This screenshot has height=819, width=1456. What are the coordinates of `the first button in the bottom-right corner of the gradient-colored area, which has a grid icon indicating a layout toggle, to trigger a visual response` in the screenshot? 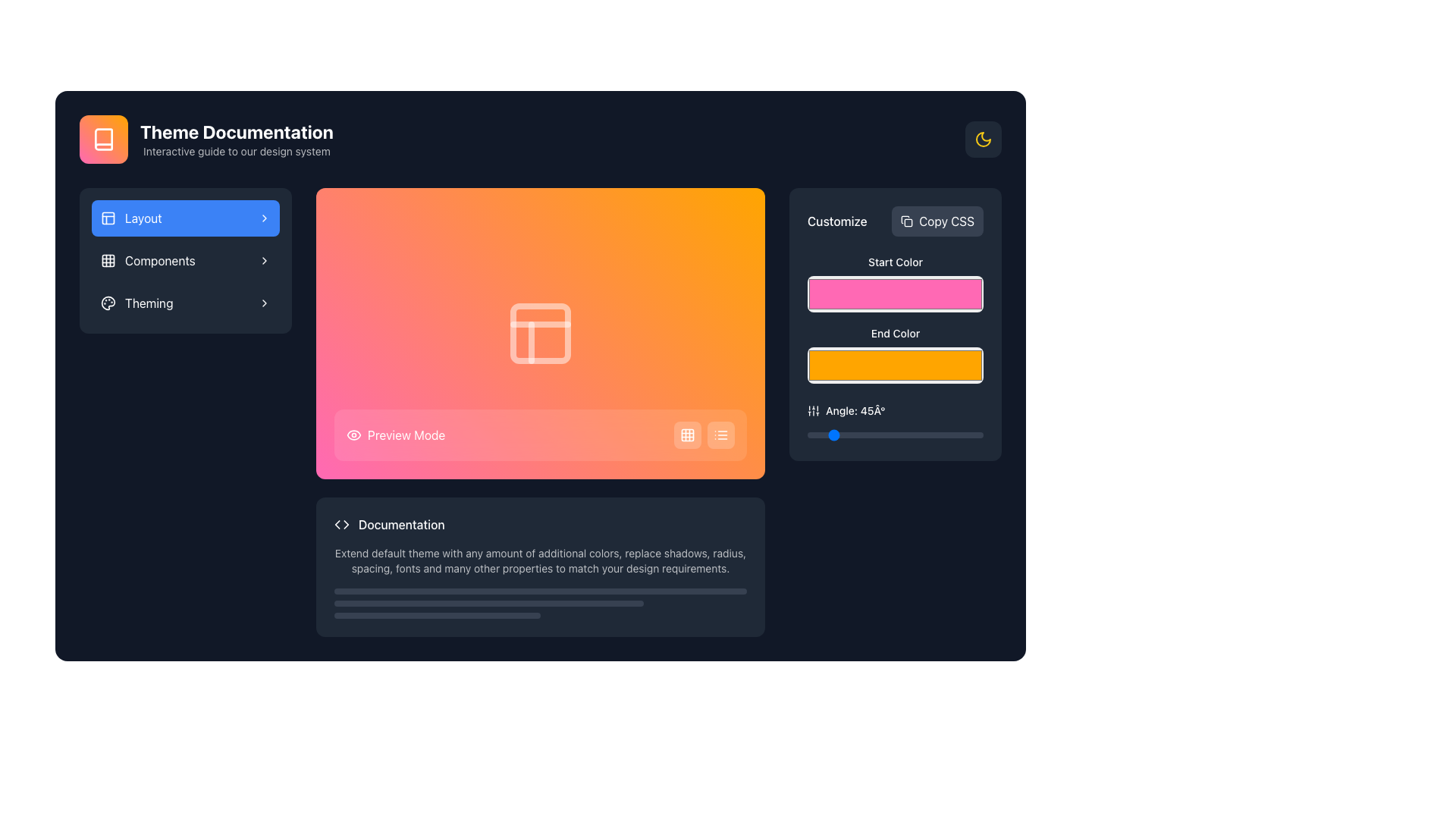 It's located at (687, 435).